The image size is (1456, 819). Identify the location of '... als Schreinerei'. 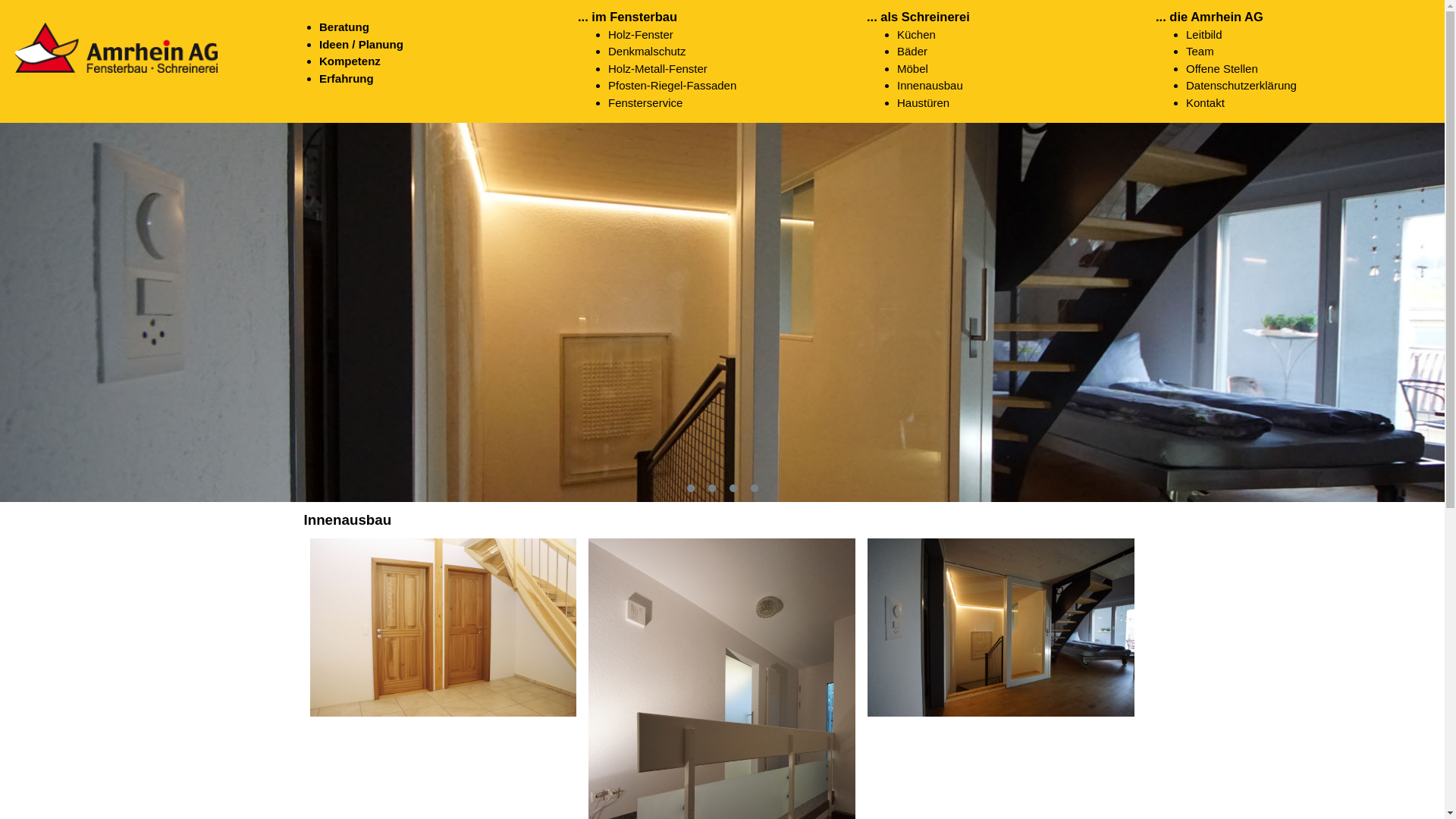
(917, 17).